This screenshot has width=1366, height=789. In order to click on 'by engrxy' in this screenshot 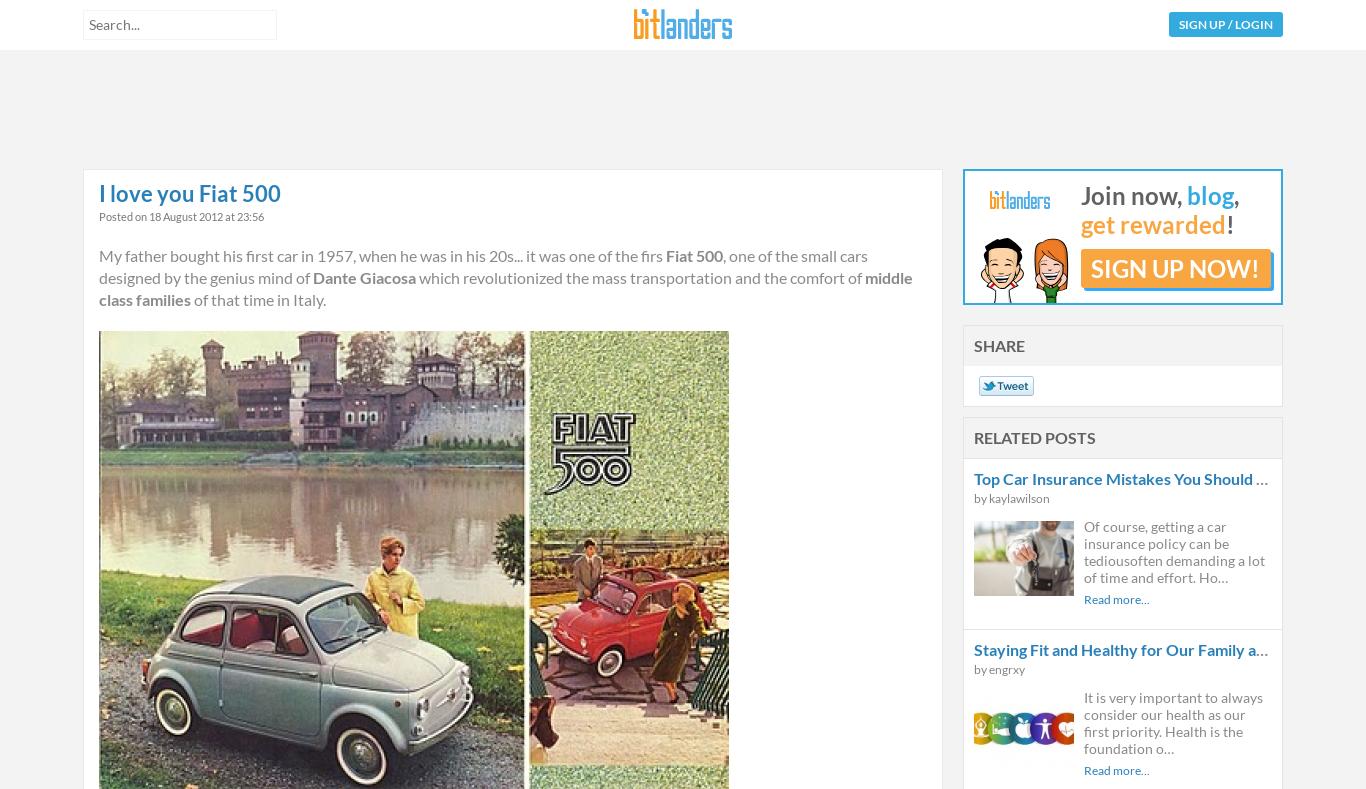, I will do `click(999, 668)`.